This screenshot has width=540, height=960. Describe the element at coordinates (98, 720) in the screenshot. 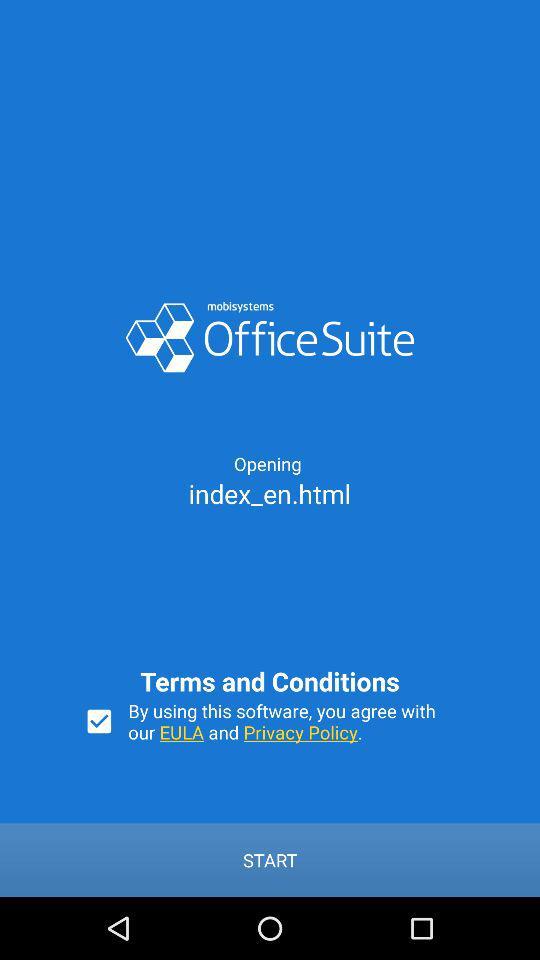

I see `icon above start` at that location.